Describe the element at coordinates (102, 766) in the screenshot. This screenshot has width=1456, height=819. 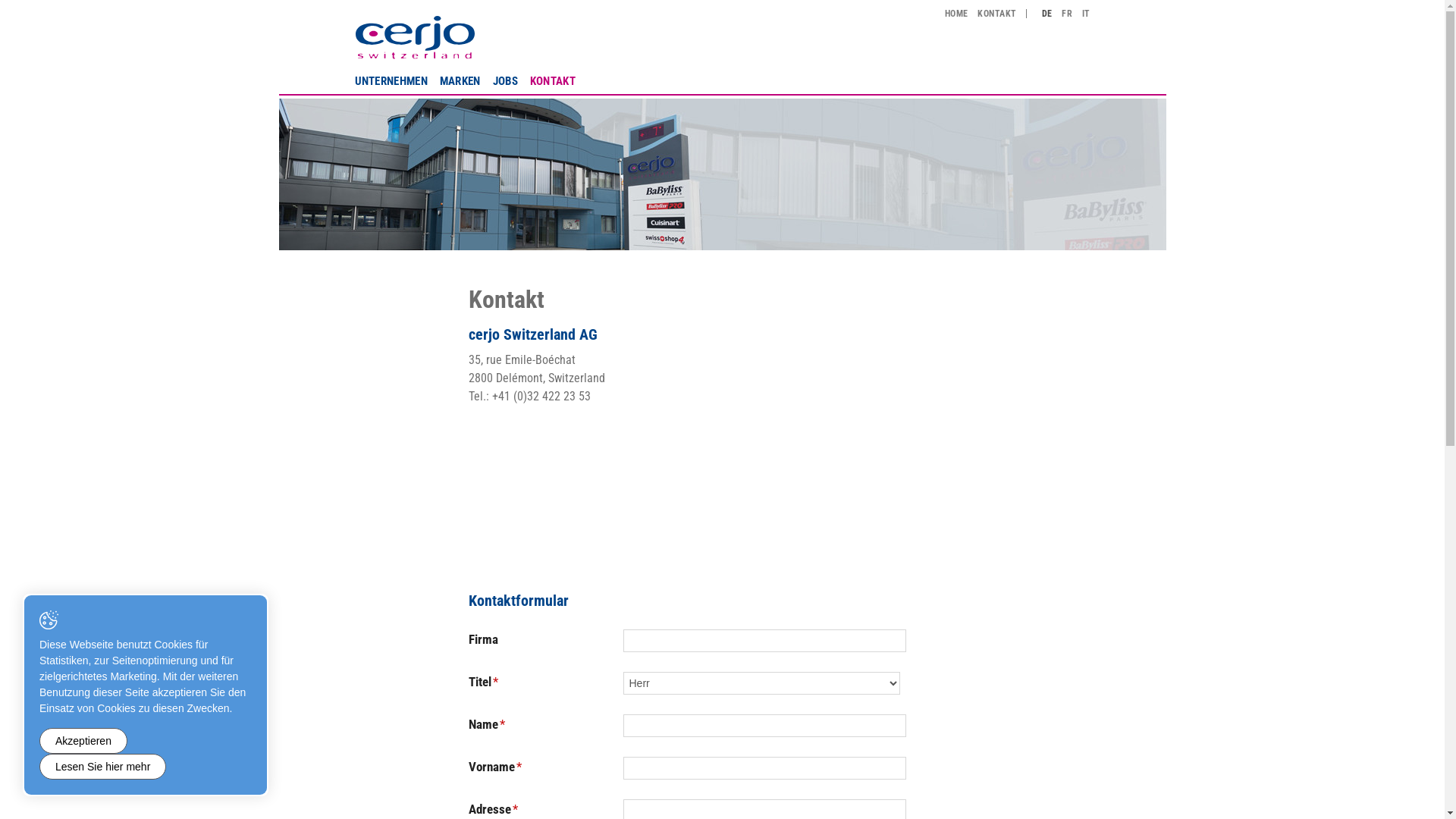
I see `'Lesen Sie hier mehr'` at that location.